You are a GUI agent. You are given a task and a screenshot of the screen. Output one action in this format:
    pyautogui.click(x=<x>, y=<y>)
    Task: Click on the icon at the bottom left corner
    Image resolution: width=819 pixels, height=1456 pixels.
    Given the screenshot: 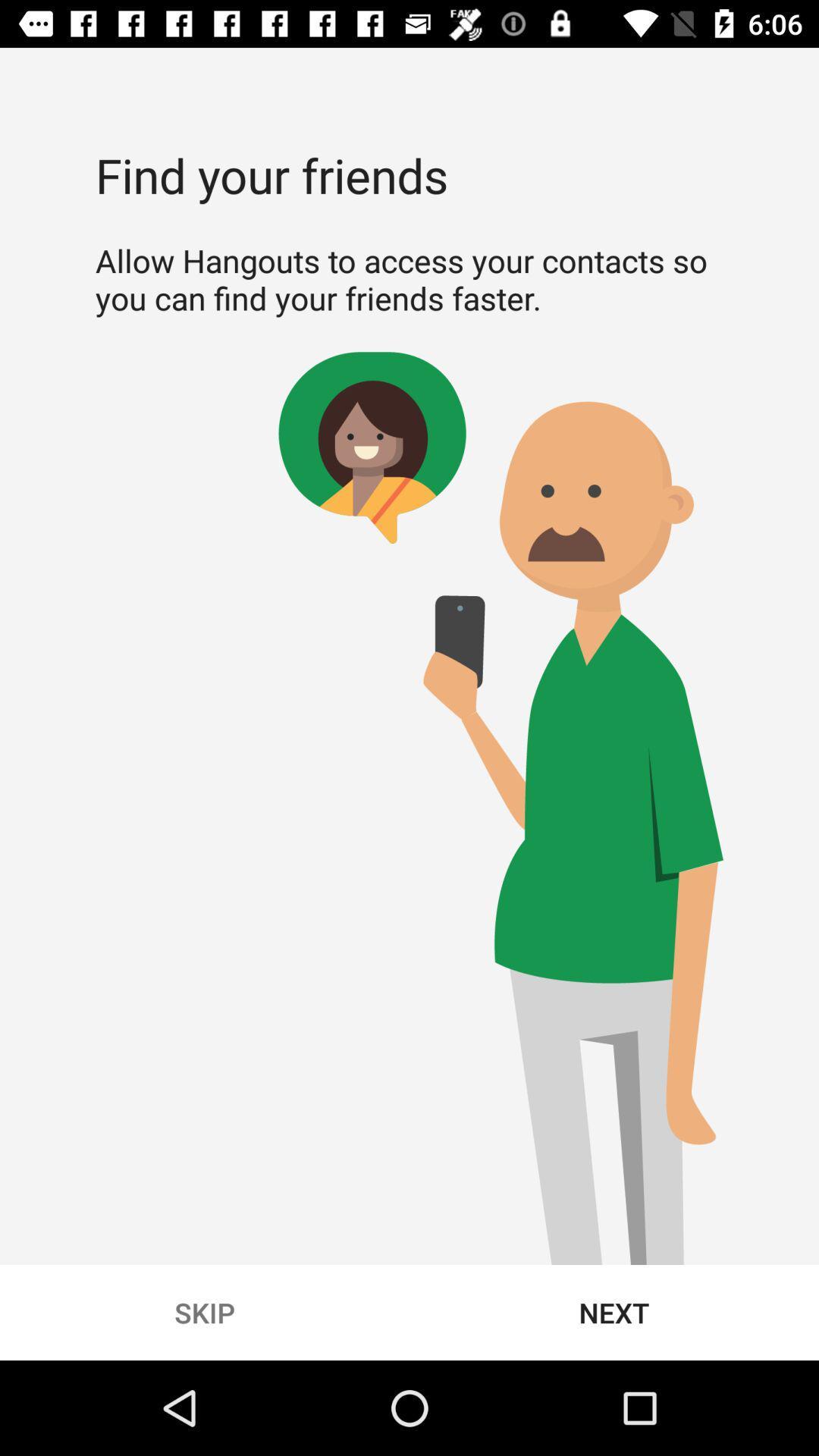 What is the action you would take?
    pyautogui.click(x=205, y=1312)
    